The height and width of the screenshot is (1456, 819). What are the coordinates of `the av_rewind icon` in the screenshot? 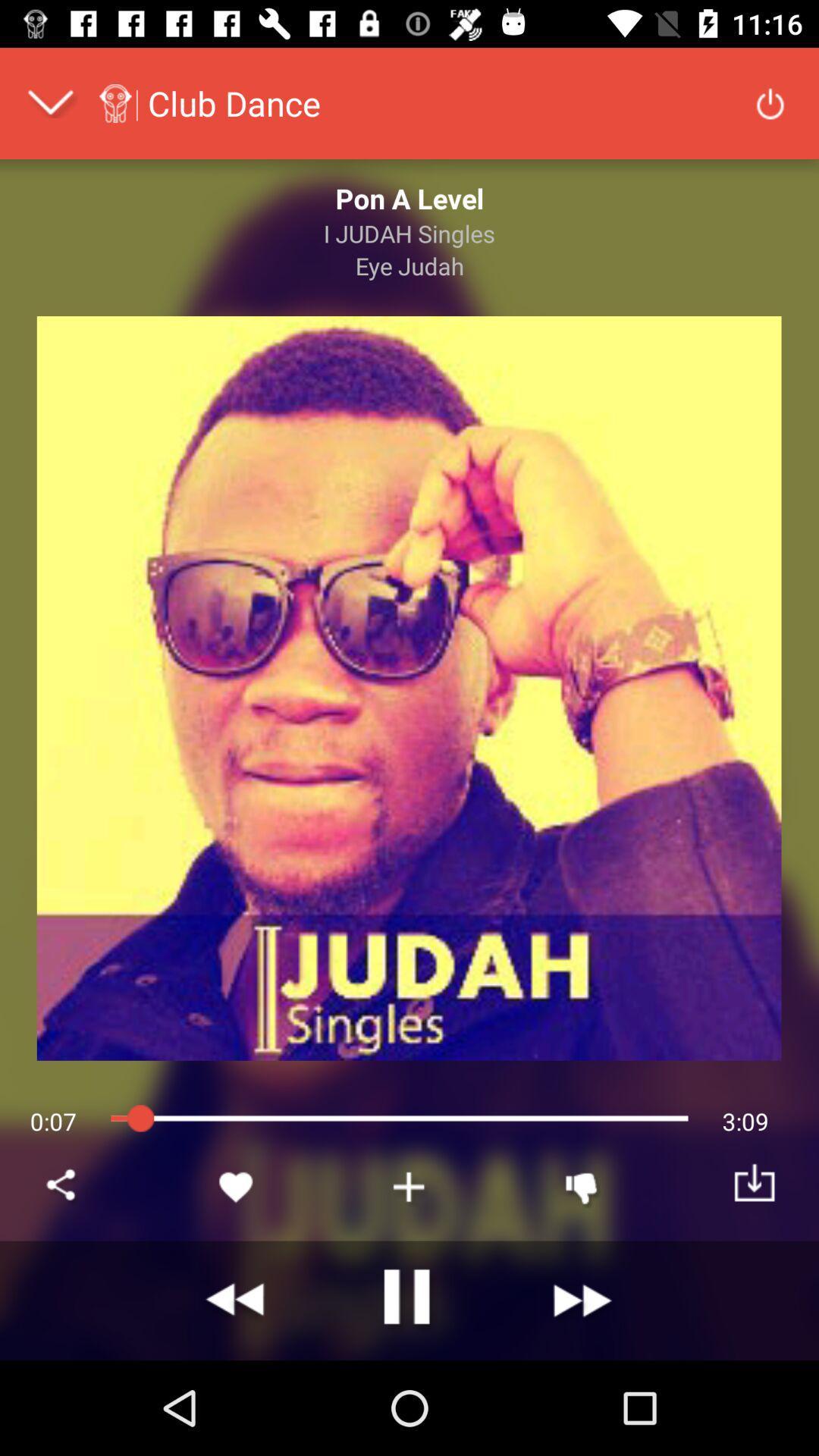 It's located at (237, 1300).